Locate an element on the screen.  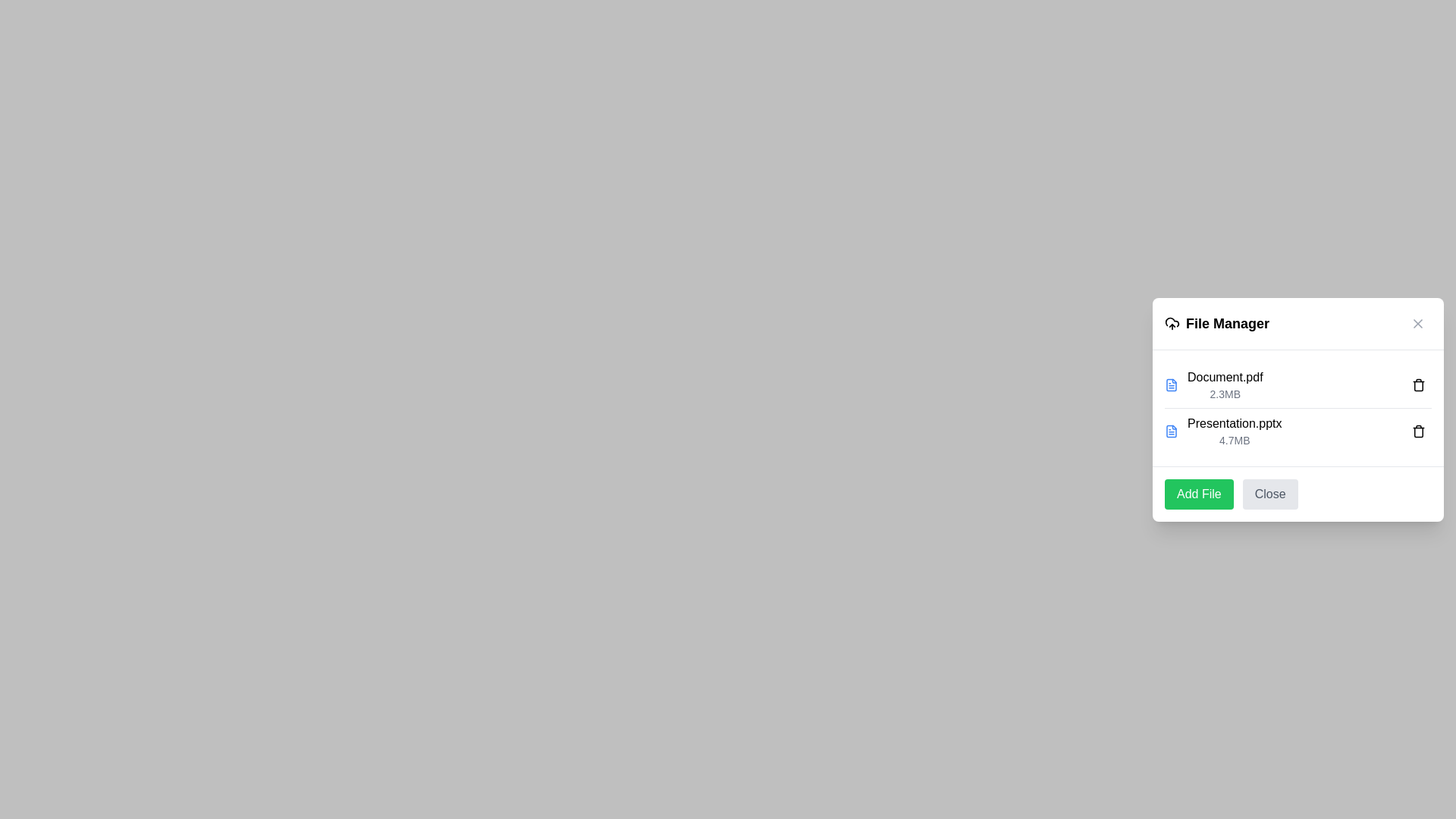
the file entry for 'Document.pdf' in the file manager is located at coordinates (1213, 384).